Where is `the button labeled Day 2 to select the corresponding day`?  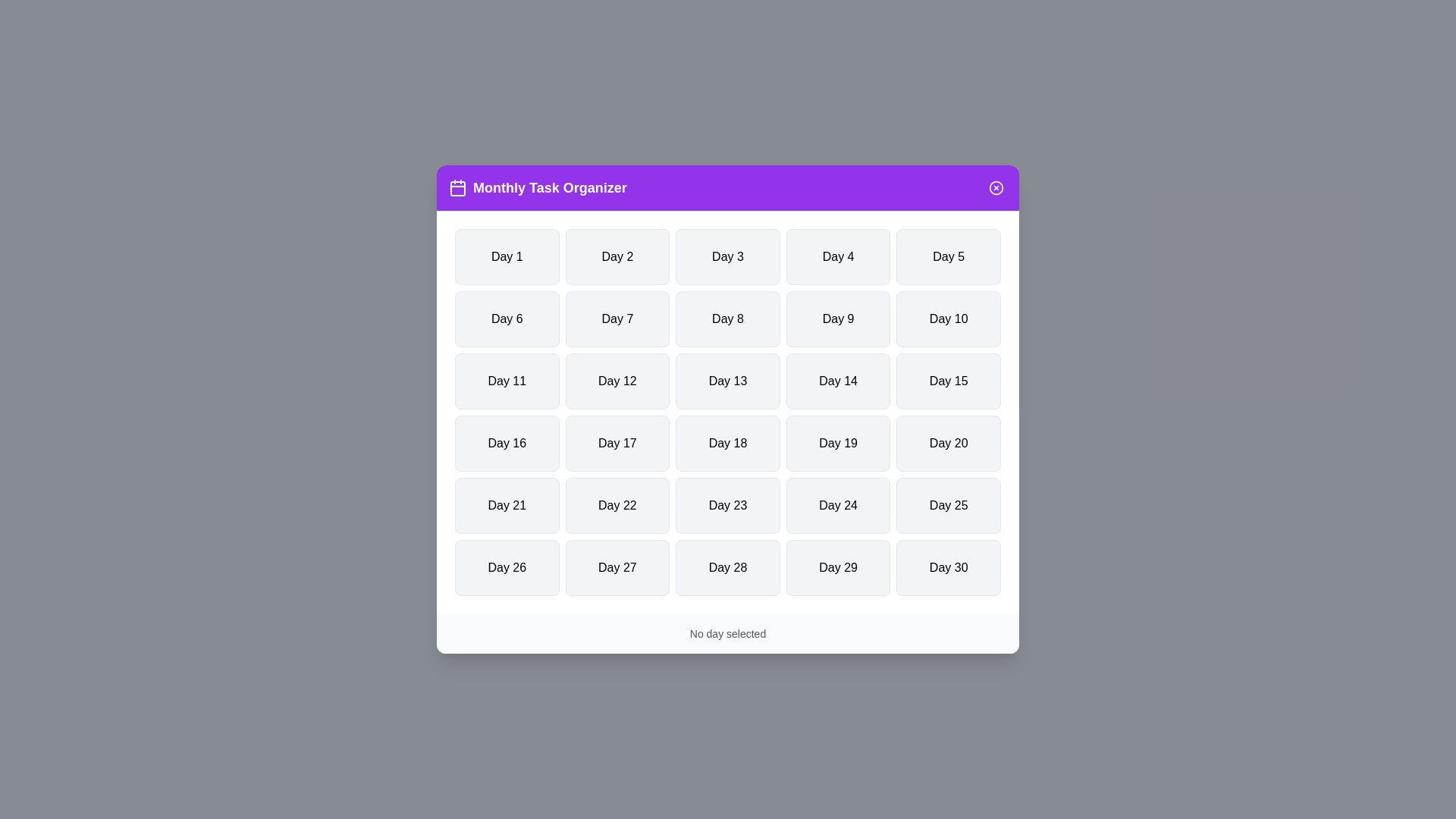
the button labeled Day 2 to select the corresponding day is located at coordinates (617, 256).